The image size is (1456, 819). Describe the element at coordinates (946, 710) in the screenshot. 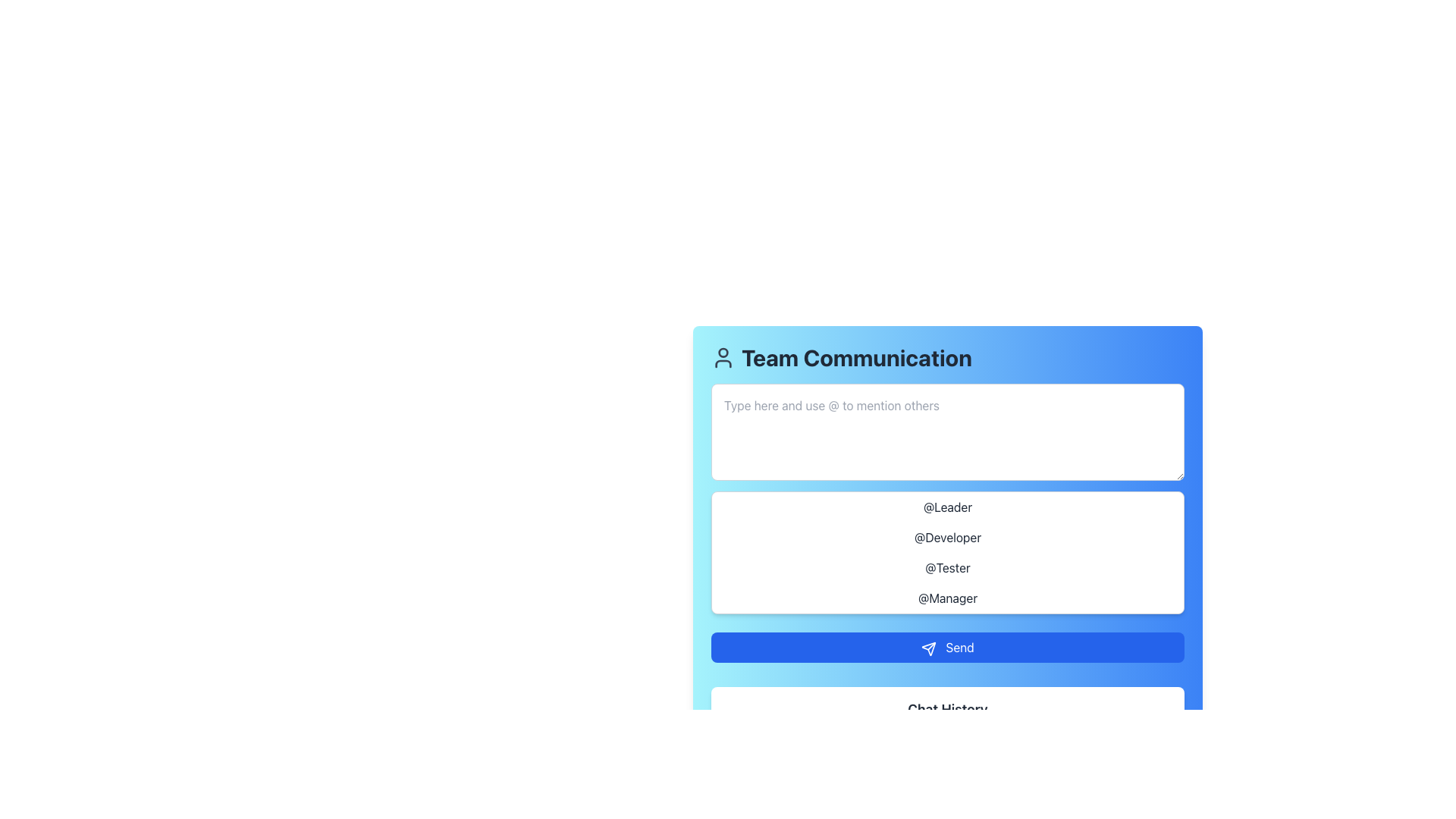

I see `the Text Label that serves as a title for the message history section, located above the 'No messages yet.' text` at that location.